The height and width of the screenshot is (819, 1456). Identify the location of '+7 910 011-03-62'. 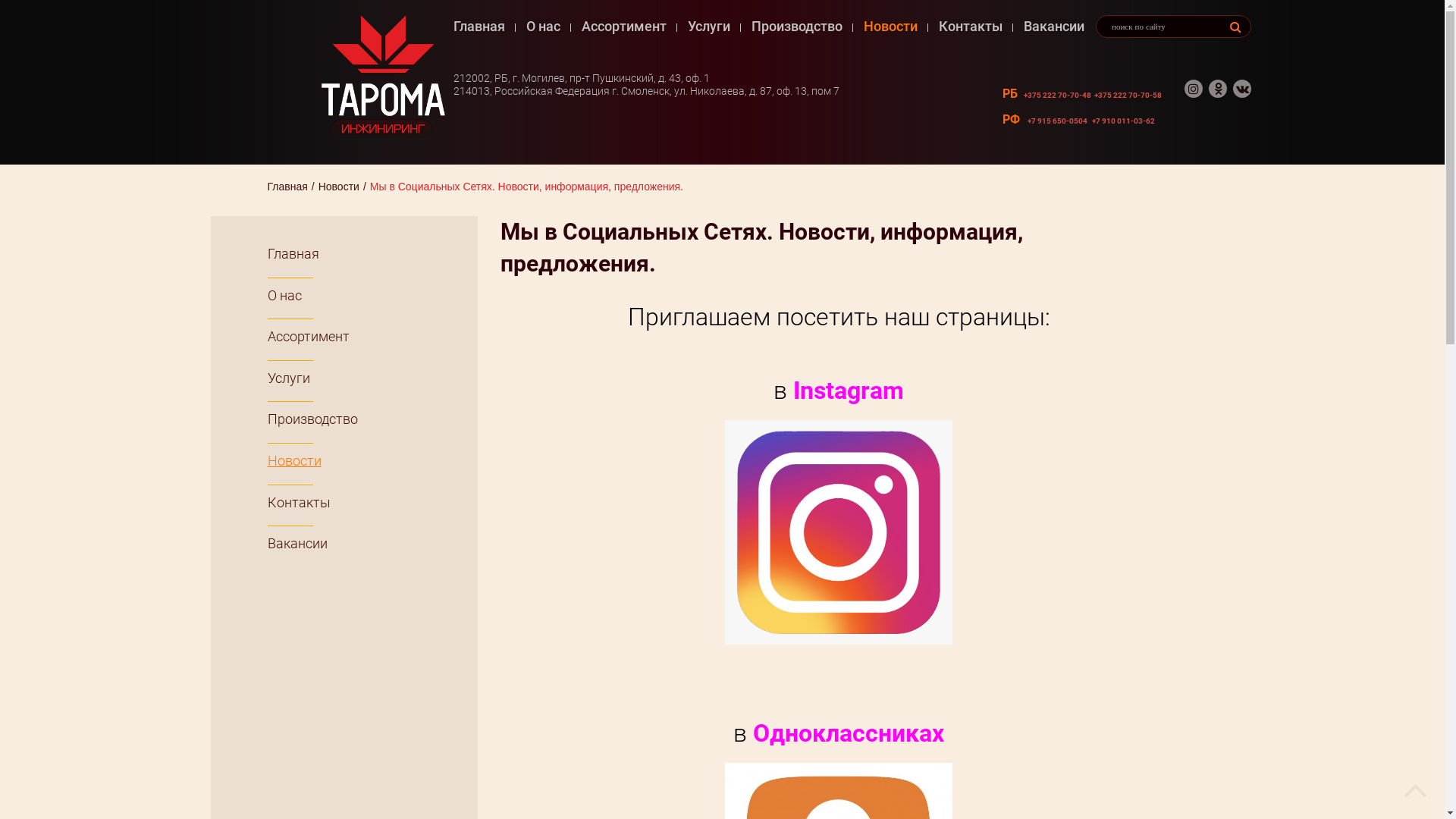
(1123, 120).